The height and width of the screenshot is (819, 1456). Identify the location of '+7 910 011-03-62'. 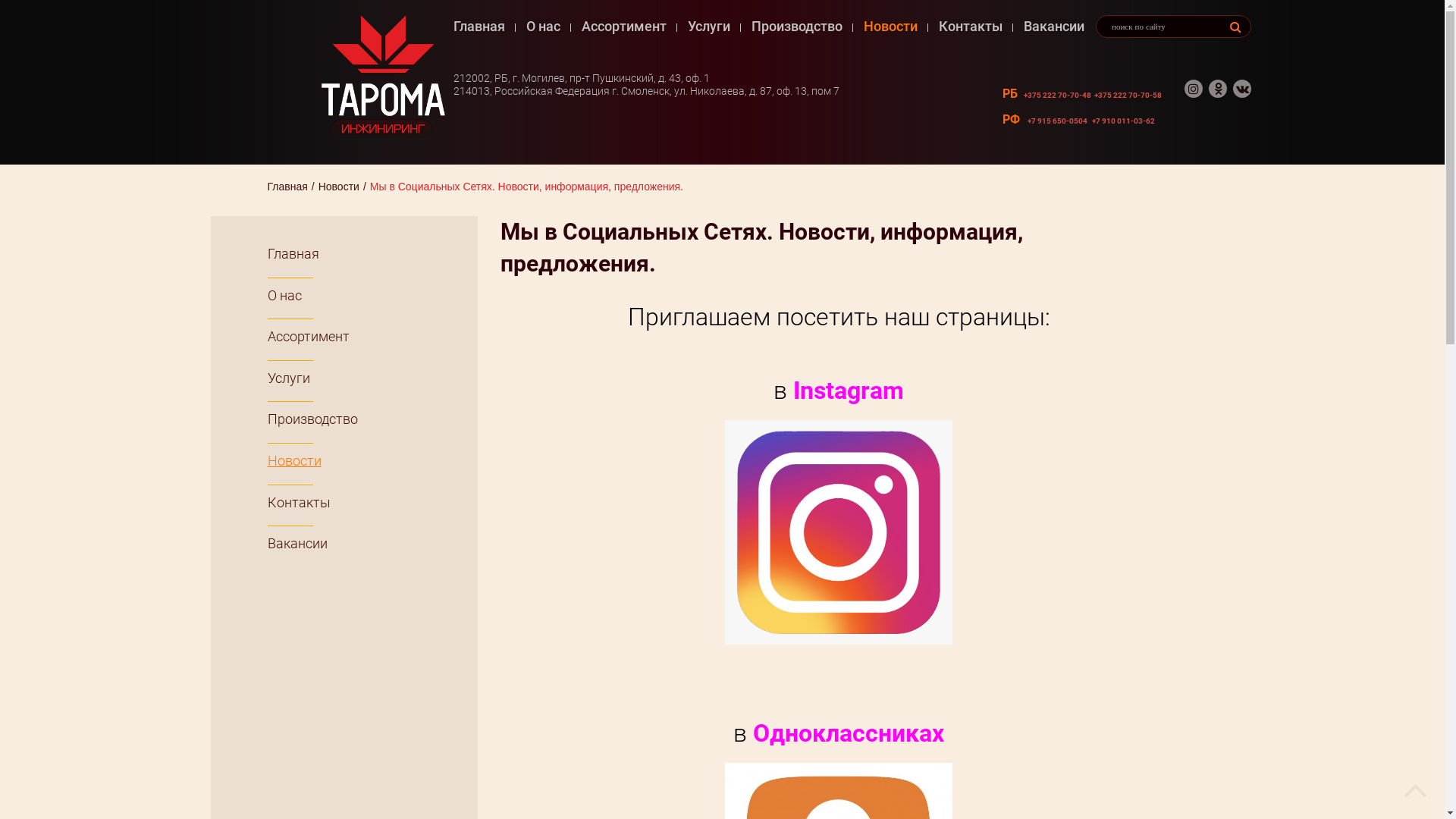
(1123, 120).